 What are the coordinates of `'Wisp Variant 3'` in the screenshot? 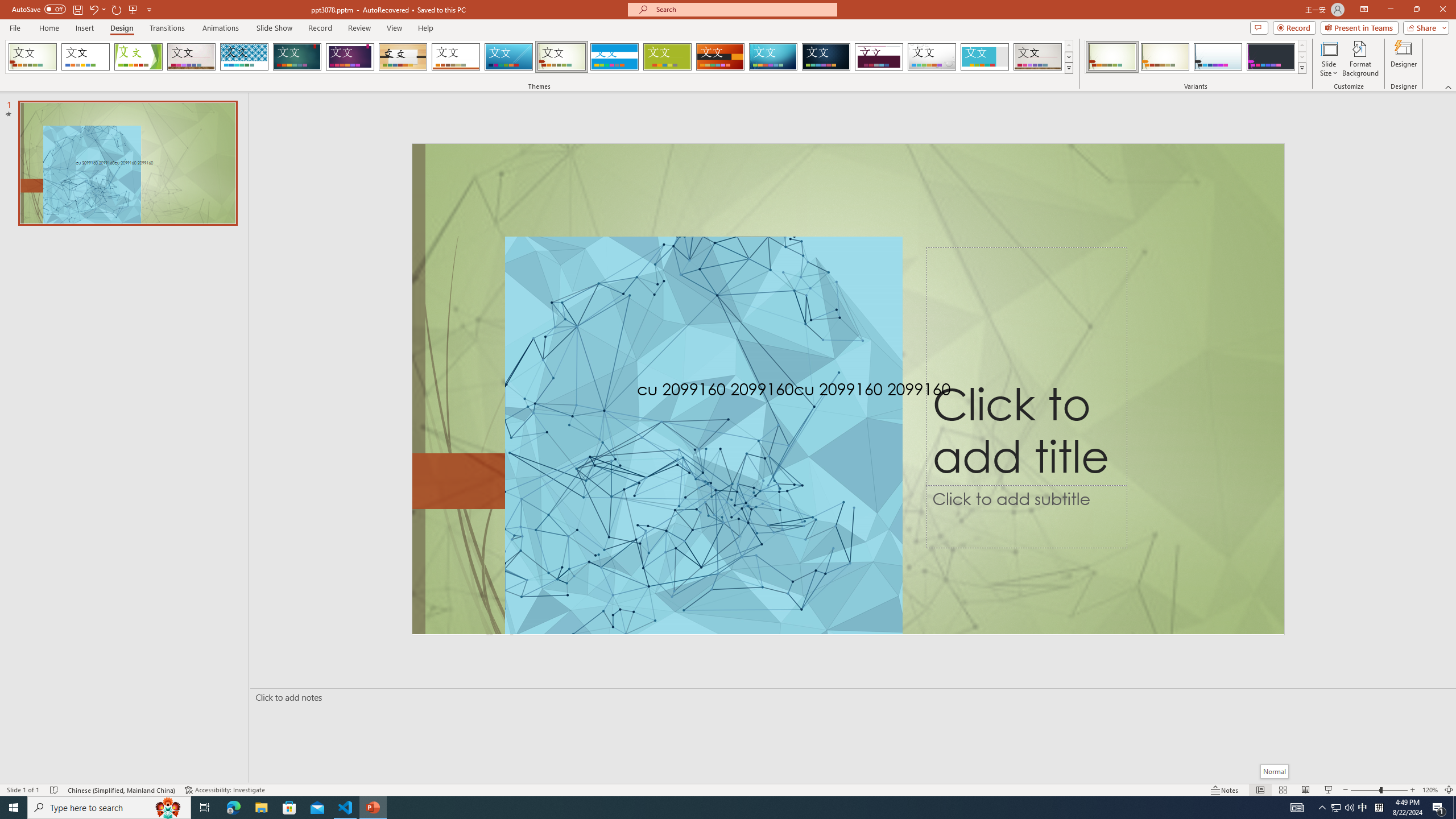 It's located at (1217, 56).